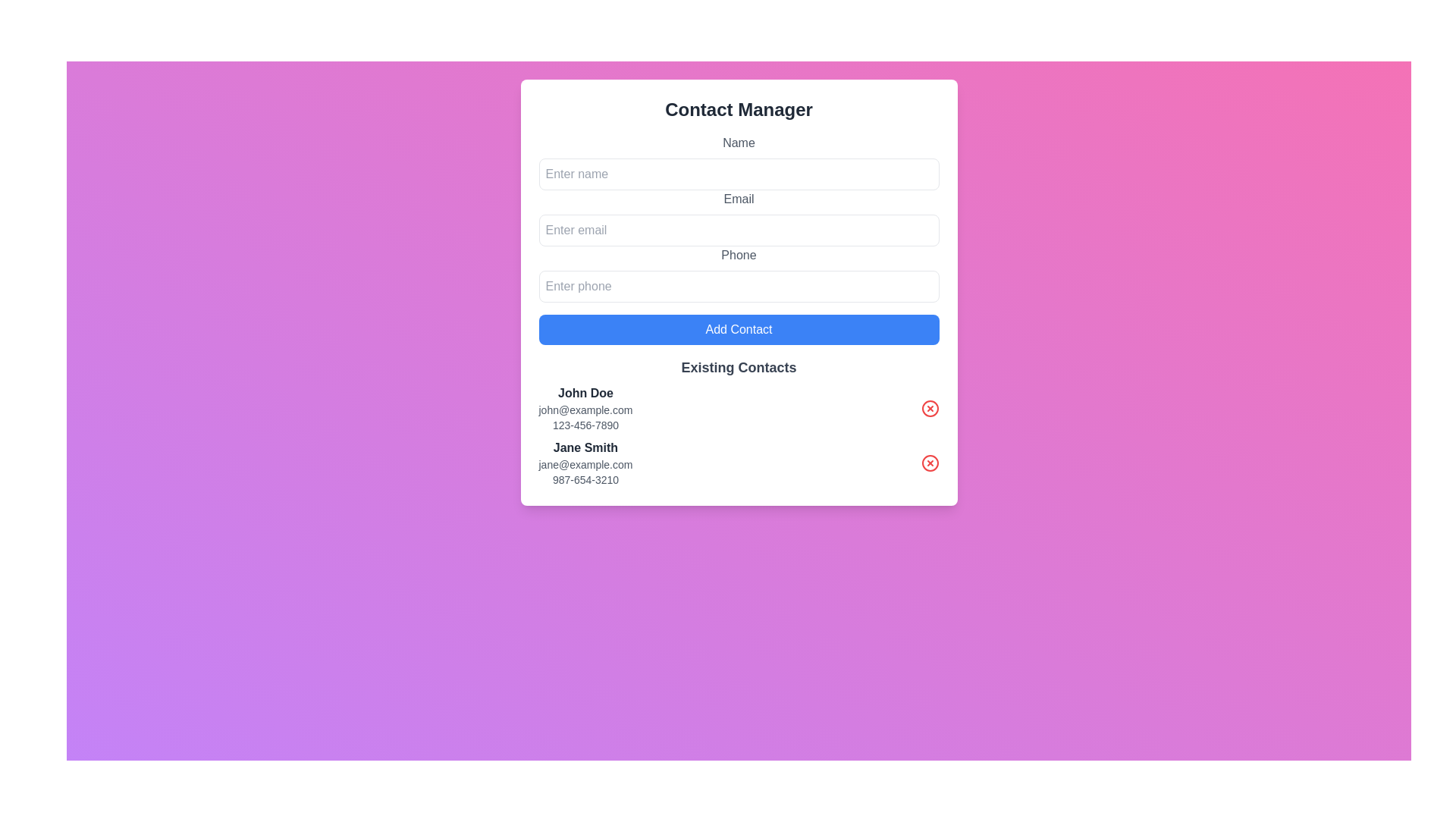 The height and width of the screenshot is (819, 1456). Describe the element at coordinates (739, 143) in the screenshot. I see `the text label that describes the purpose of the input field for entering a name, positioned at the top of the vertical form layout` at that location.